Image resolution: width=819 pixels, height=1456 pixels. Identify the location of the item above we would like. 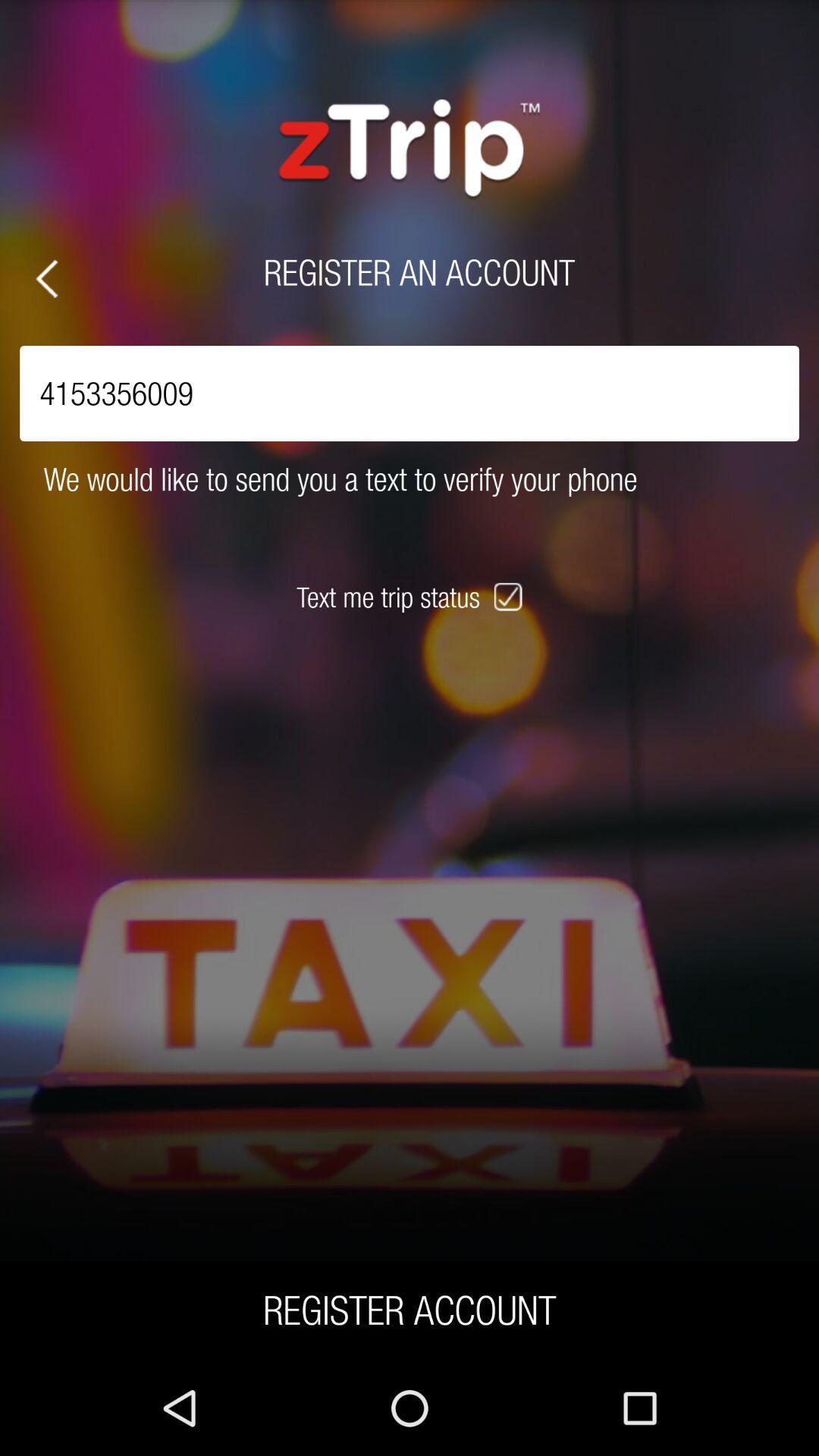
(409, 393).